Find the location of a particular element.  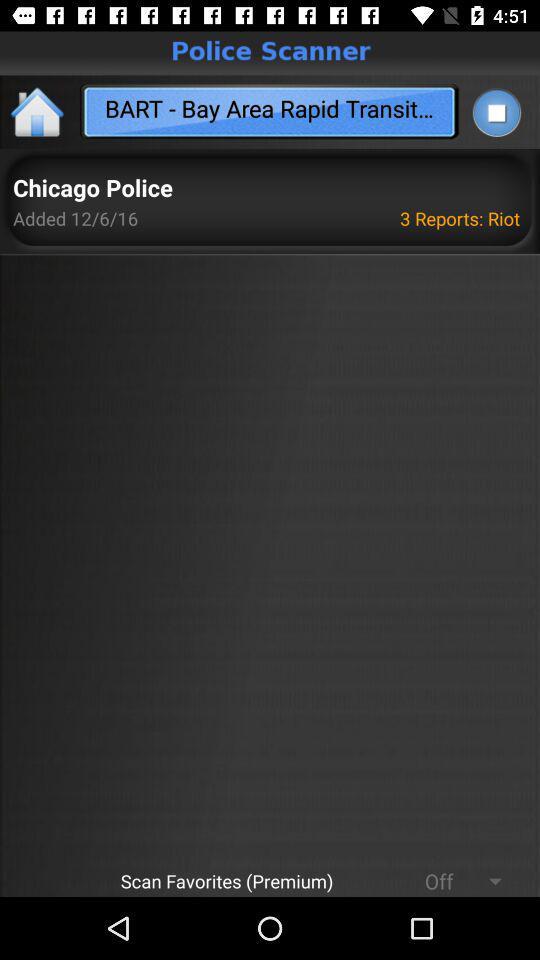

the added 12 6 is located at coordinates (74, 218).